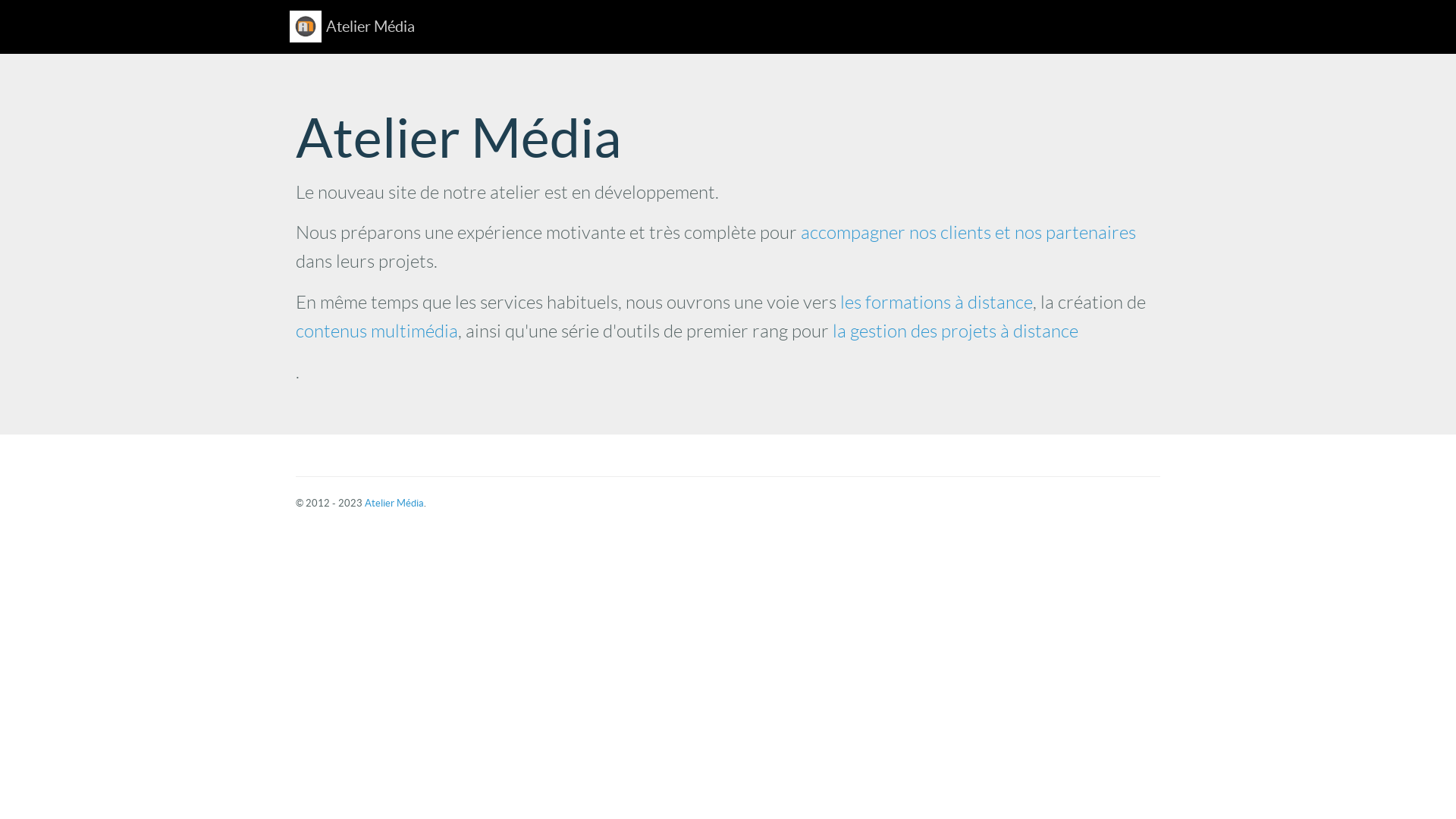 This screenshot has width=1456, height=819. I want to click on 'accompagner nos clients et nos partenaires', so click(967, 233).